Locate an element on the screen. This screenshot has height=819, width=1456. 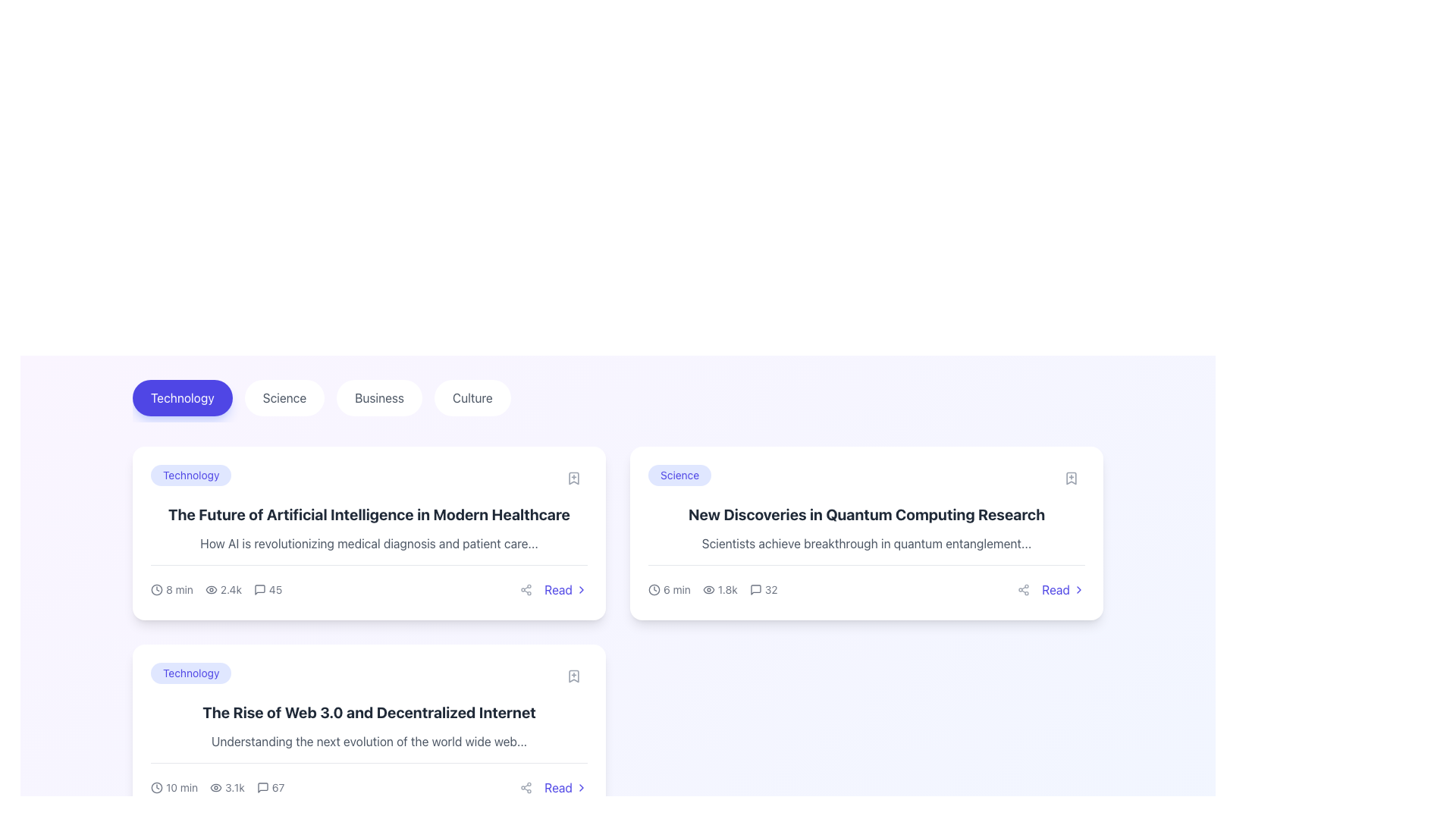
the time representation icon located at the bottom left of the card under the 'Technology' tab, which visually indicates a duration of '8 min.' is located at coordinates (156, 589).